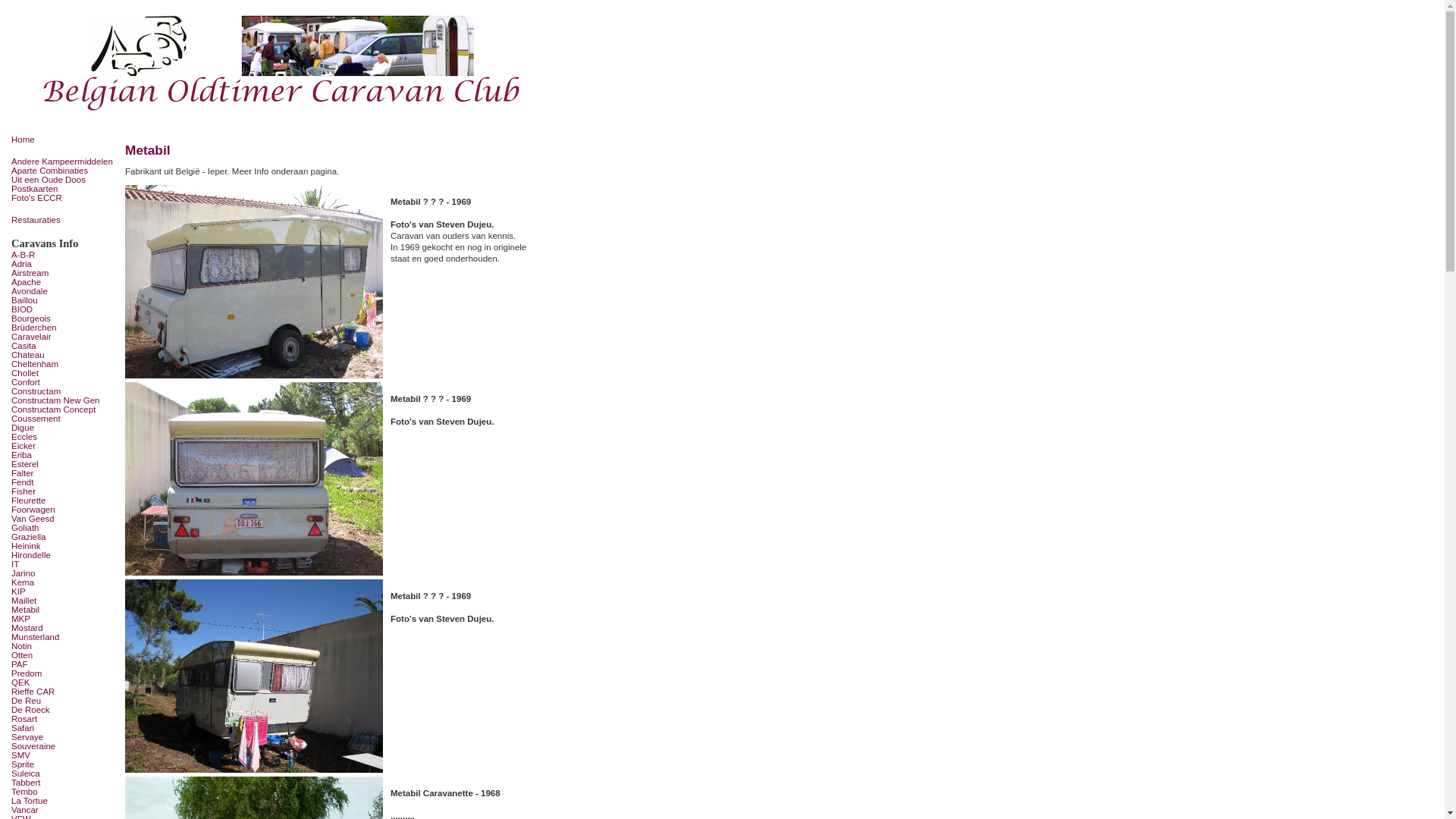  I want to click on 'Constructam Concept', so click(11, 409).